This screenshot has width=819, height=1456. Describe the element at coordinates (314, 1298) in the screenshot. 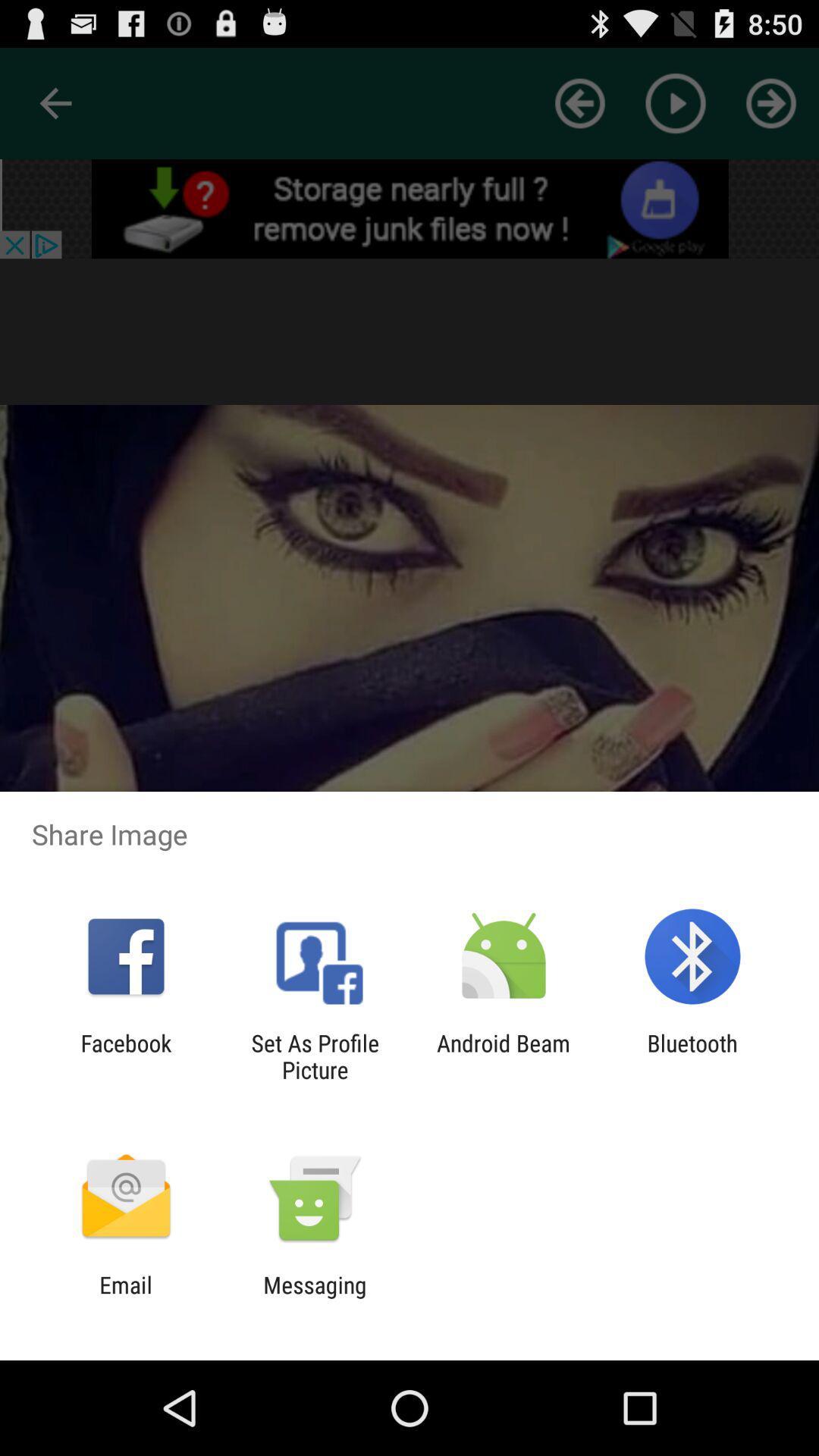

I see `the messaging` at that location.